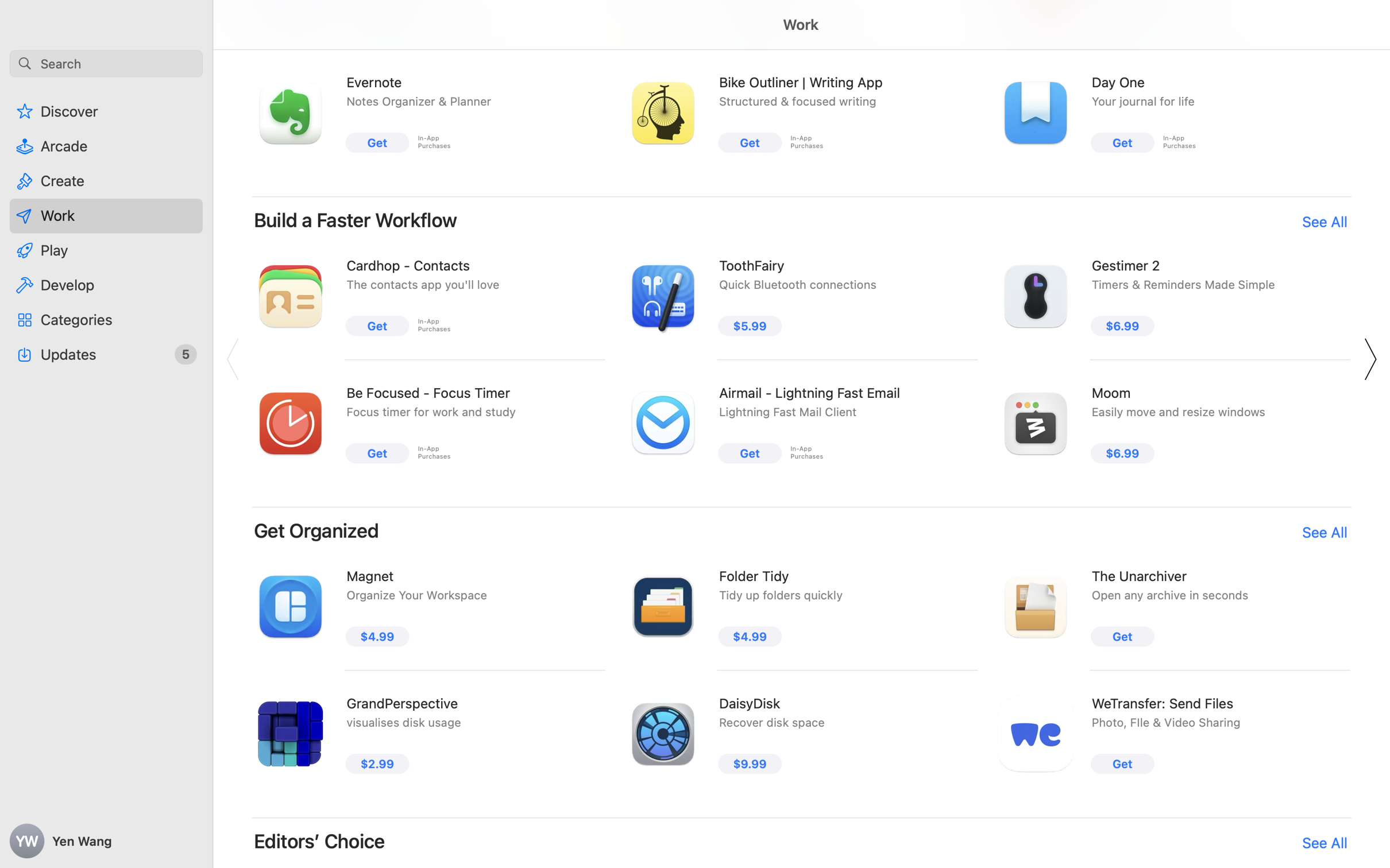  I want to click on 'Yen Wang', so click(106, 841).